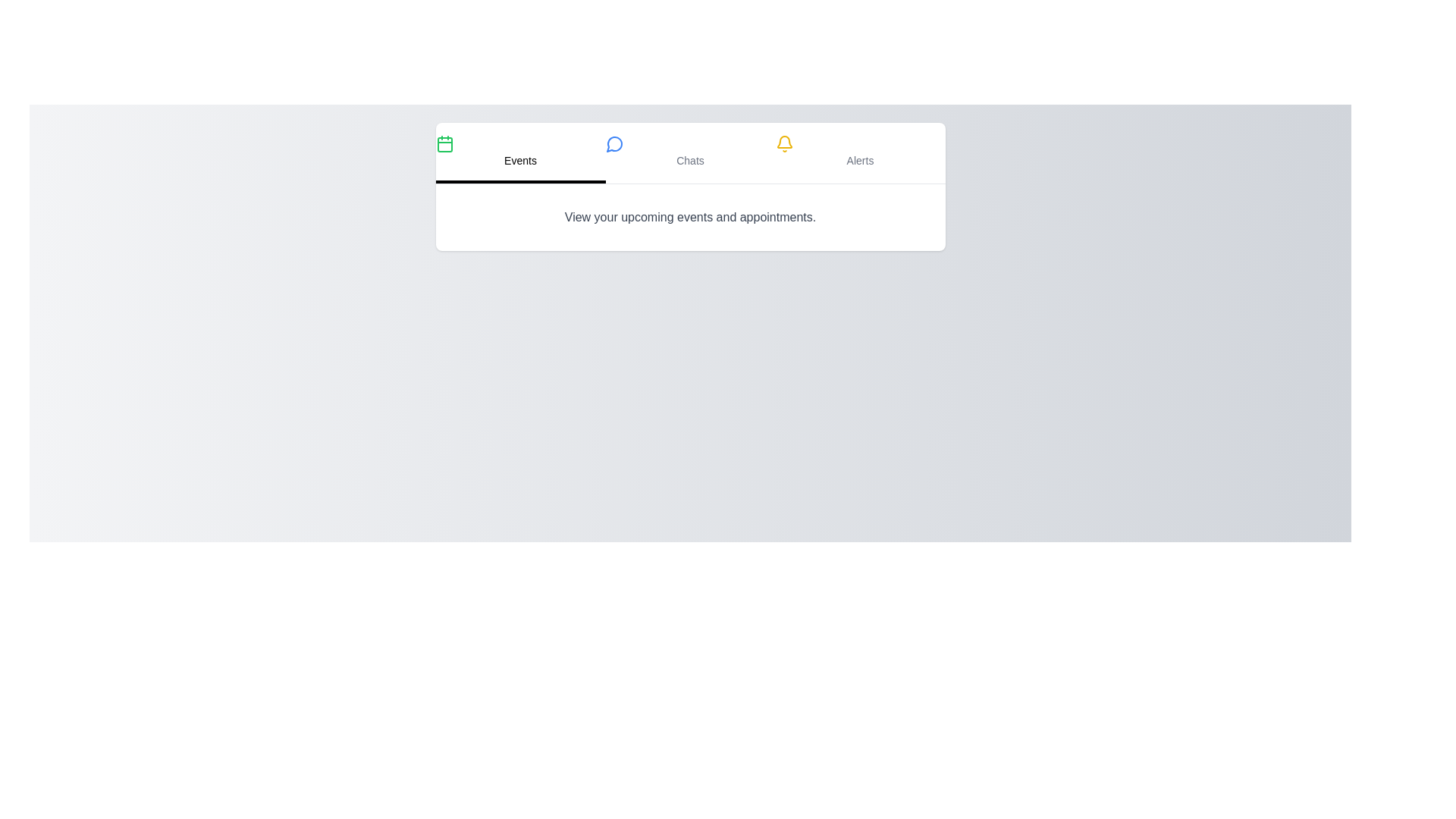  Describe the element at coordinates (520, 152) in the screenshot. I see `the Events tab` at that location.